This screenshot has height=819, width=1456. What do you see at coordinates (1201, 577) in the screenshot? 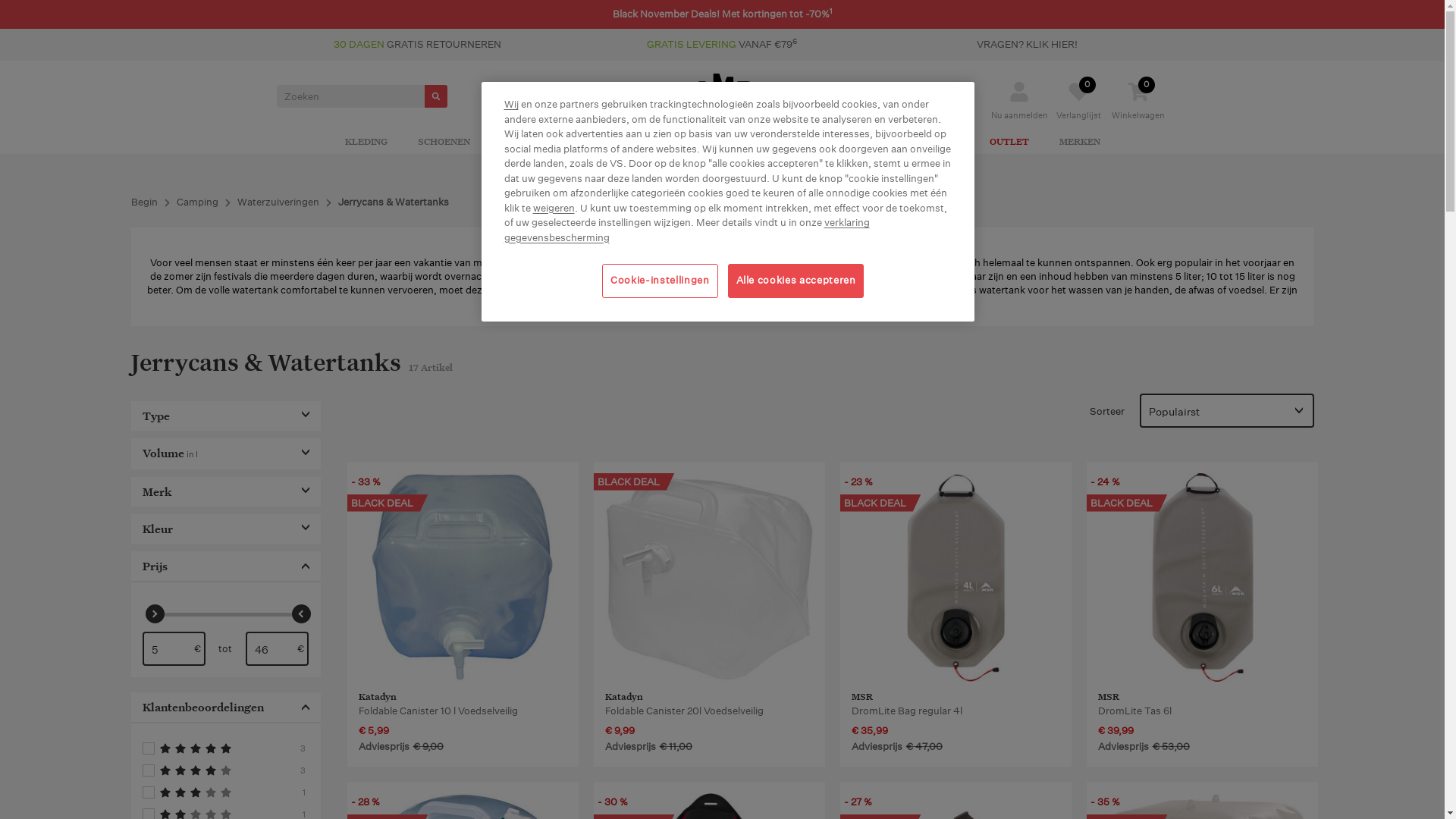
I see `'MSR DromLite Tas 6l '` at bounding box center [1201, 577].